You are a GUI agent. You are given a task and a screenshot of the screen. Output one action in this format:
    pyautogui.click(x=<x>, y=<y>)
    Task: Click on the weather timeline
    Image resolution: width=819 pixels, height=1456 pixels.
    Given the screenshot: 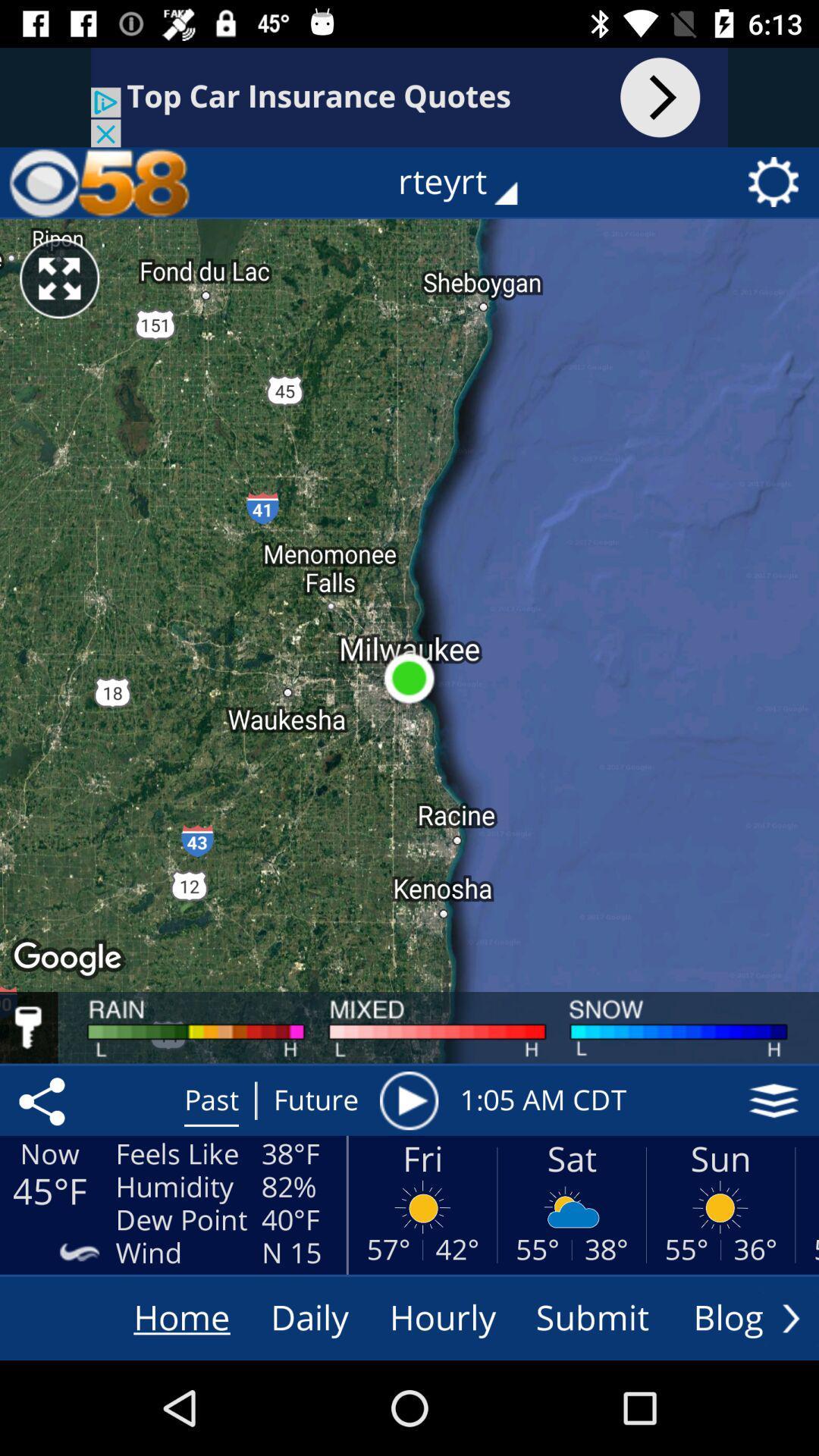 What is the action you would take?
    pyautogui.click(x=408, y=1100)
    